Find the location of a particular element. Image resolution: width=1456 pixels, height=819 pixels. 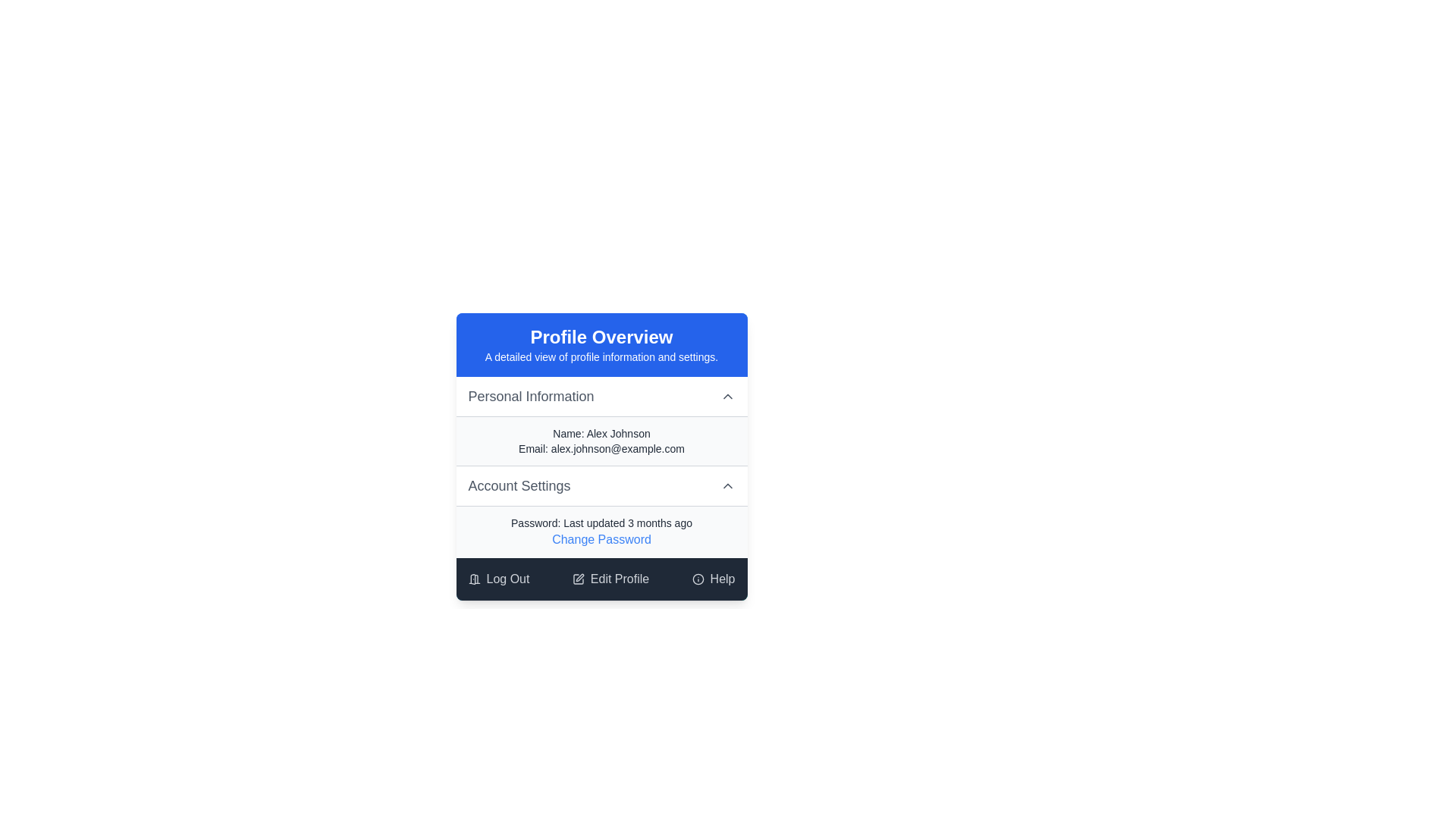

the 'Help' icon located in the dark footer of the profile overview card is located at coordinates (697, 579).